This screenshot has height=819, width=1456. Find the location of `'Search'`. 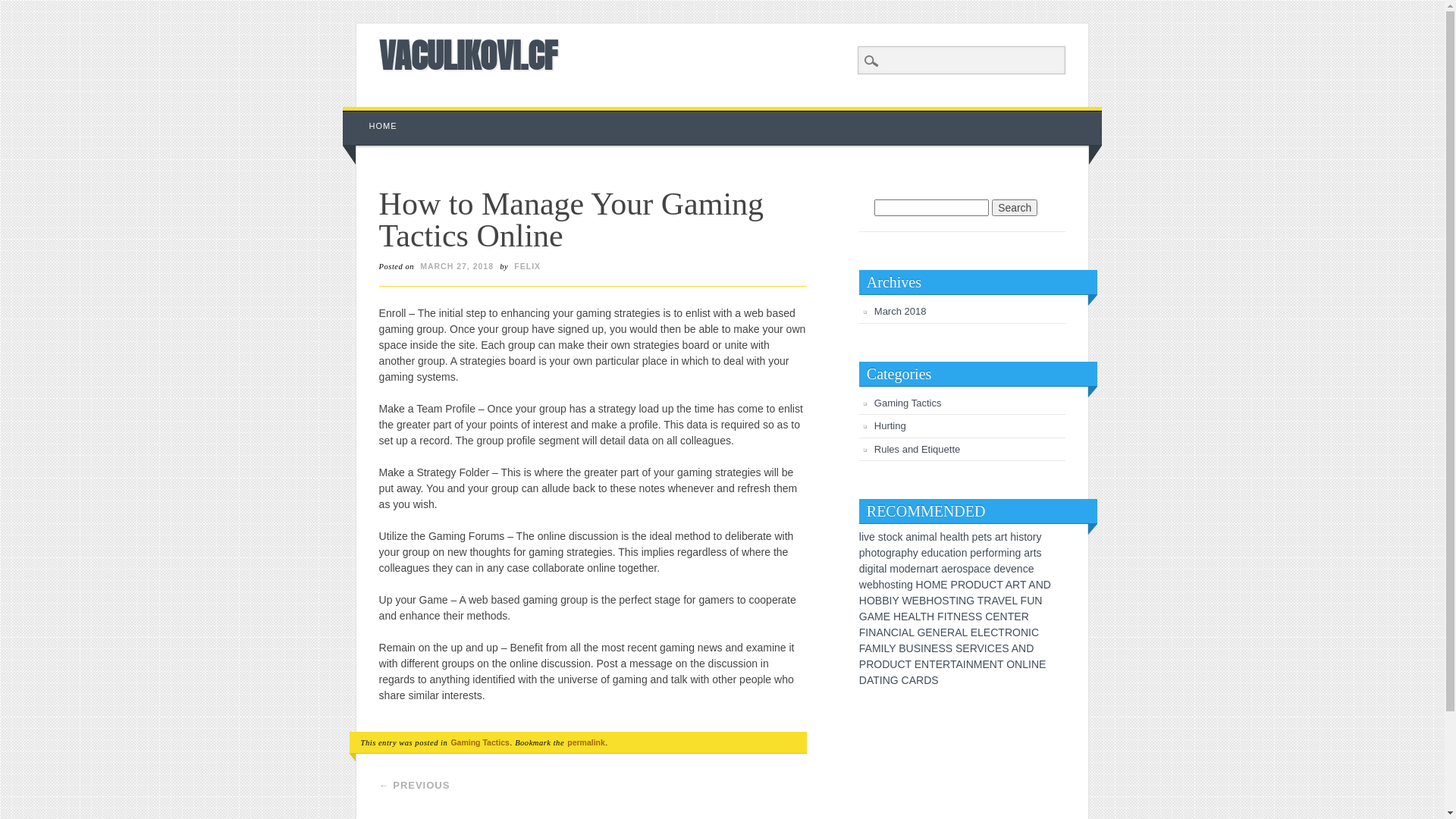

'Search' is located at coordinates (22, 8).